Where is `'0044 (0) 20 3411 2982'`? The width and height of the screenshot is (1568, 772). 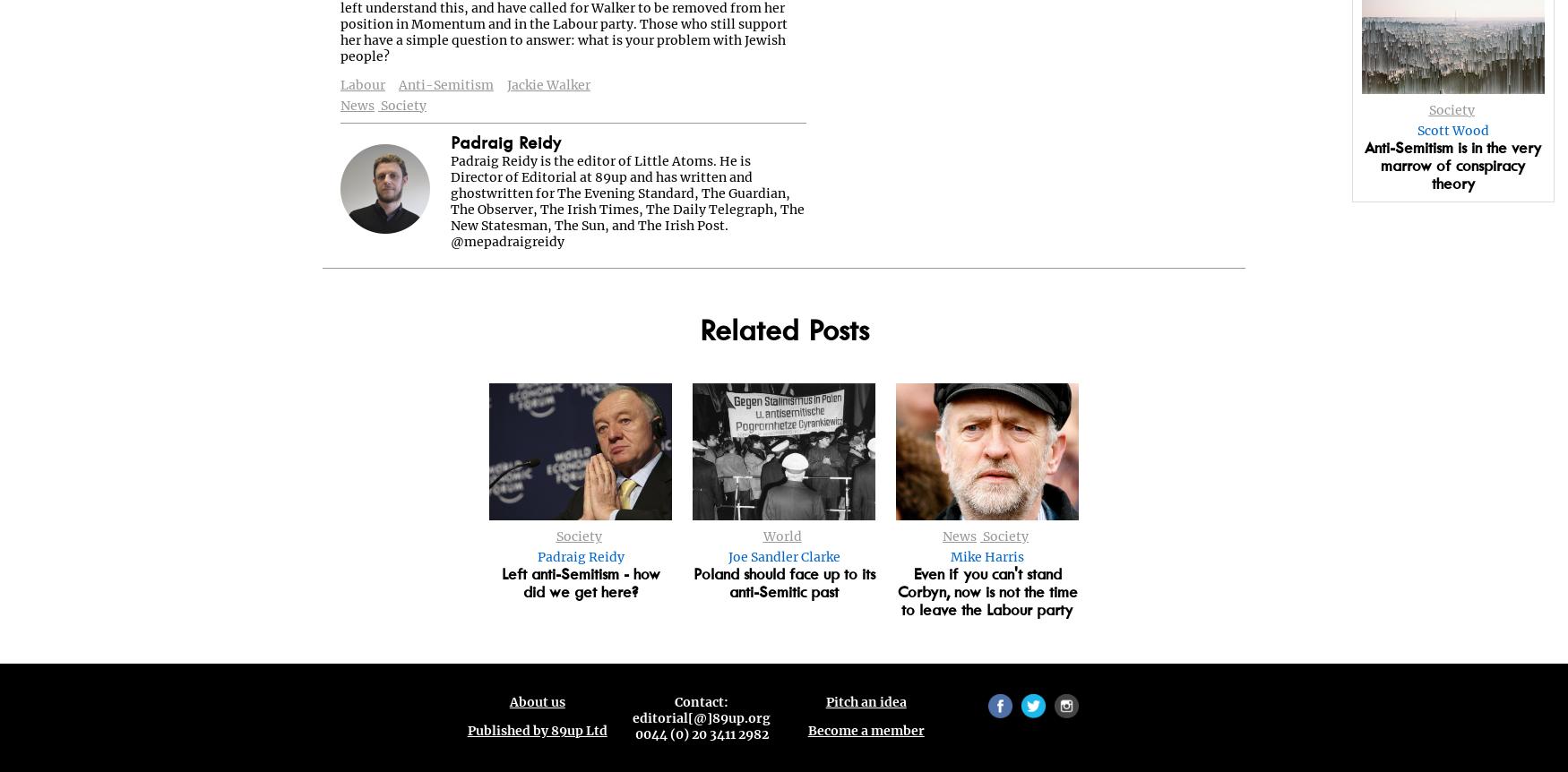
'0044 (0) 20 3411 2982' is located at coordinates (700, 733).